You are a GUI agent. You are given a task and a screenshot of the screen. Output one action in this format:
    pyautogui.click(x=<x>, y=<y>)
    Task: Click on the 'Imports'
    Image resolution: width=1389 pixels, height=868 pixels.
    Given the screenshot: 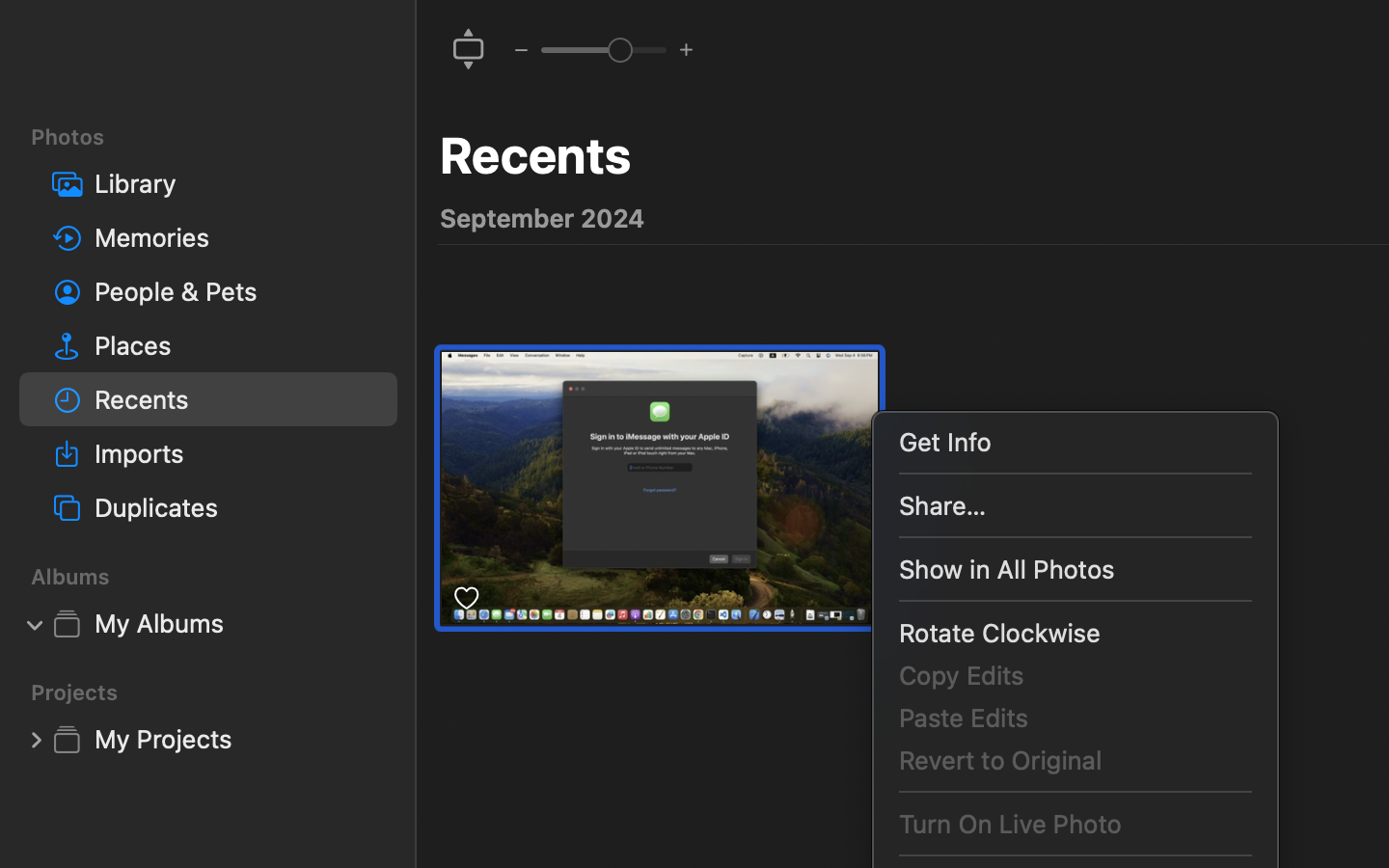 What is the action you would take?
    pyautogui.click(x=236, y=451)
    